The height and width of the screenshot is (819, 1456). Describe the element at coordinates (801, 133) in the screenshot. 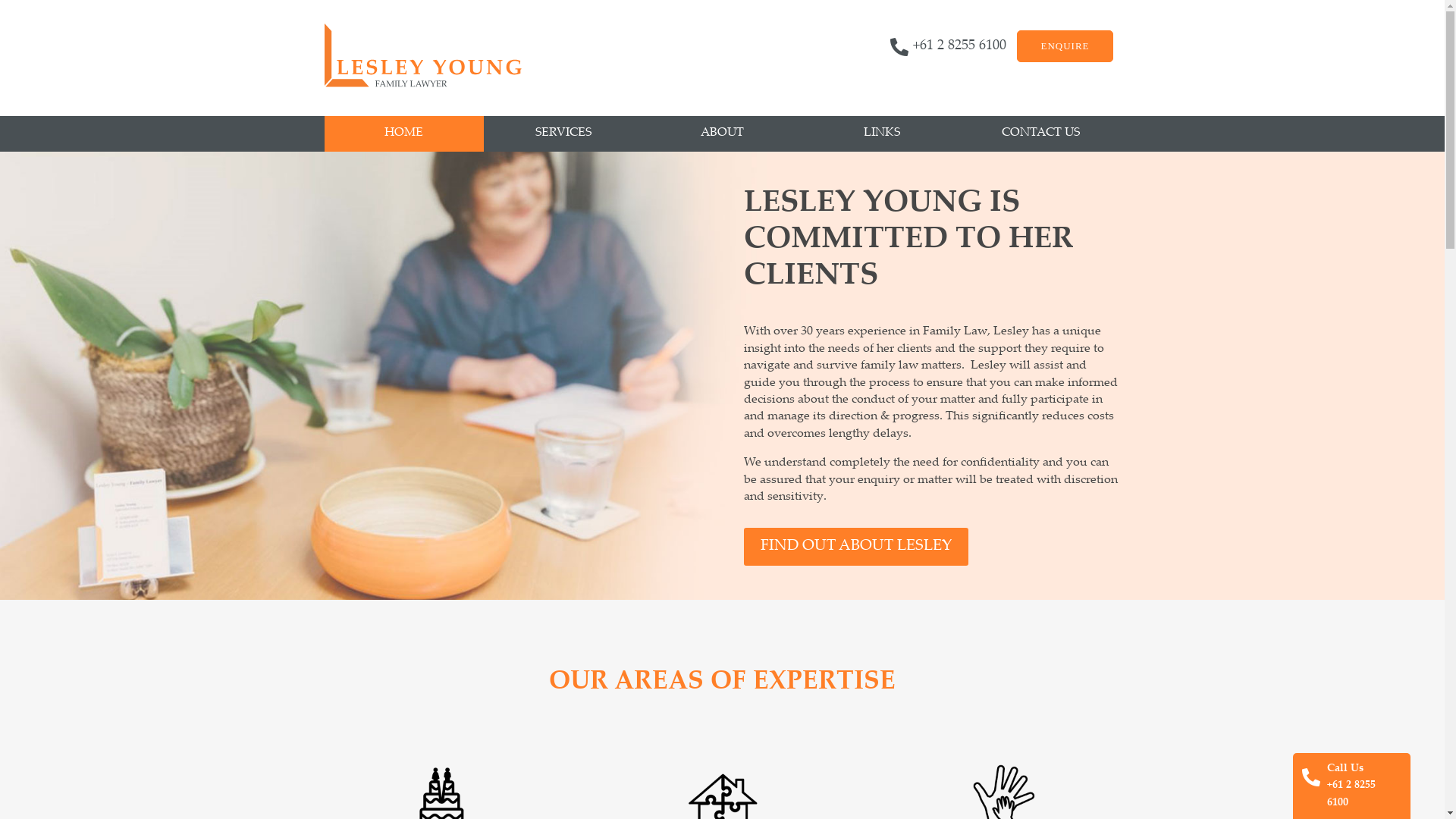

I see `'LINKS'` at that location.